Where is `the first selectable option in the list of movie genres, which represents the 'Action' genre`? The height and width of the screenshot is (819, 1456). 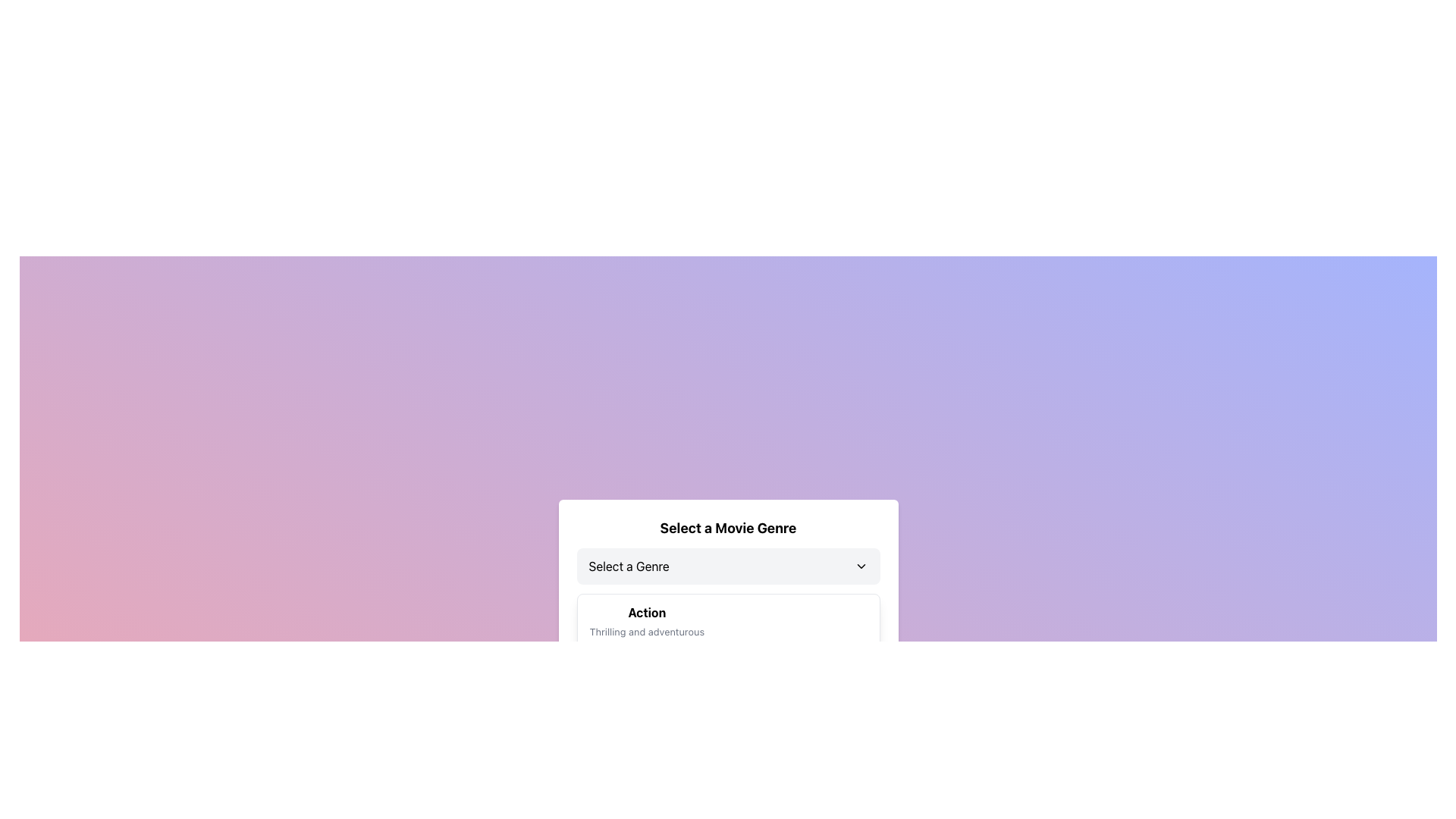
the first selectable option in the list of movie genres, which represents the 'Action' genre is located at coordinates (728, 622).